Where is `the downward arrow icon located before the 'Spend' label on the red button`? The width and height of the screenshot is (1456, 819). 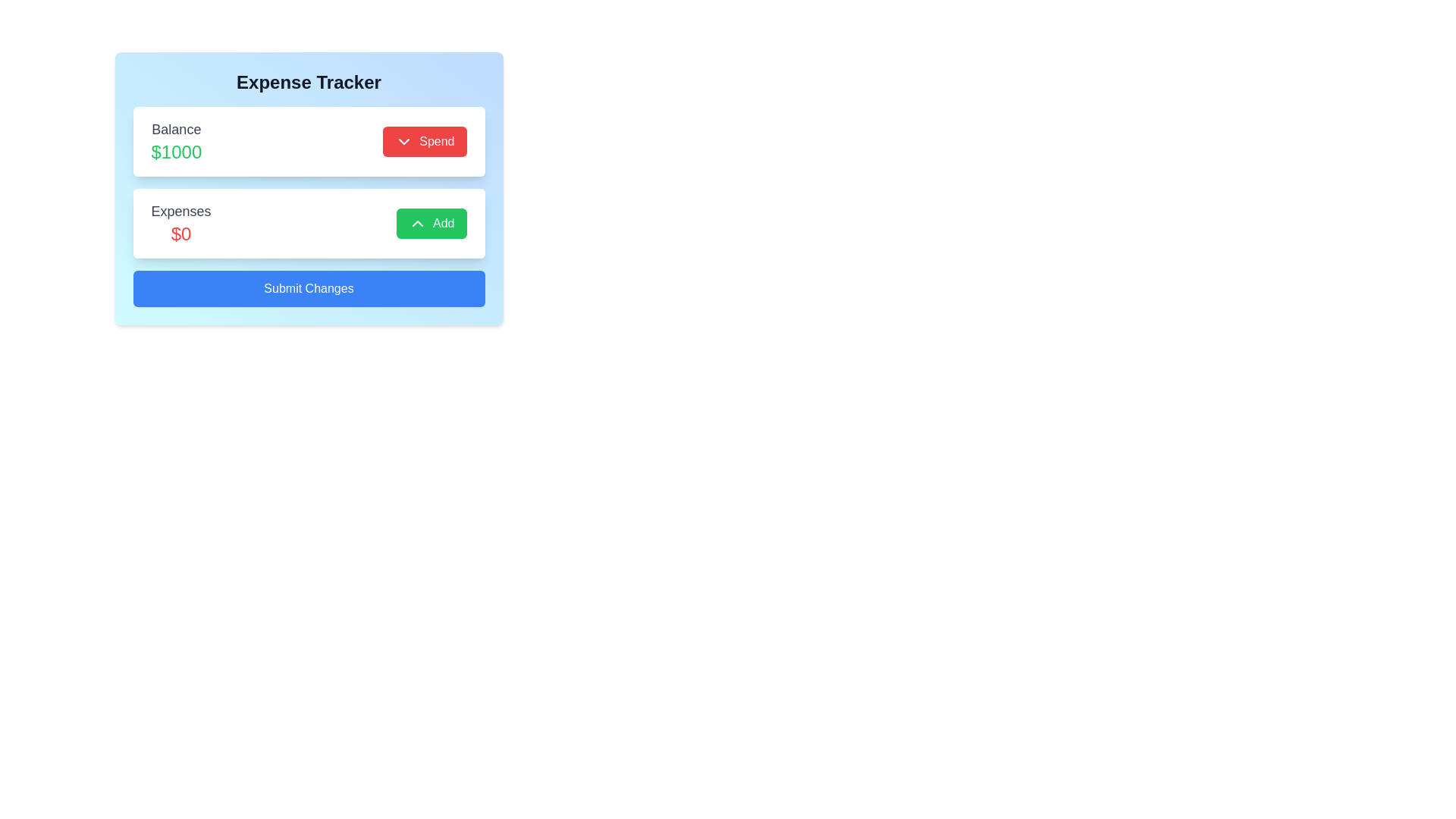 the downward arrow icon located before the 'Spend' label on the red button is located at coordinates (404, 141).